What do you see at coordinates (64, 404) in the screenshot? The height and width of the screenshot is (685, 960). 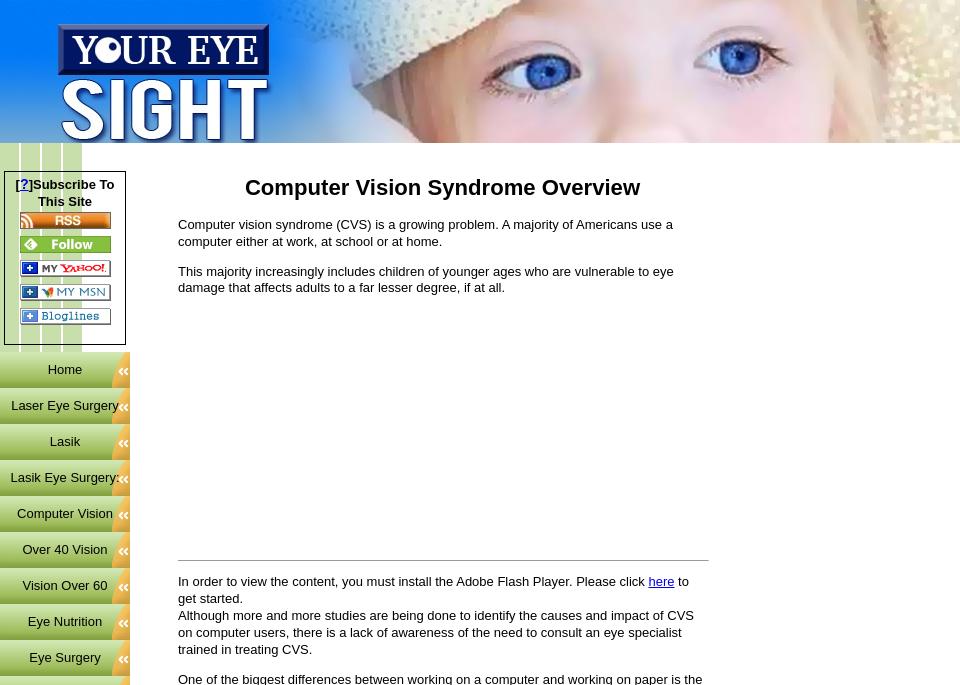 I see `'Laser Eye Surgery'` at bounding box center [64, 404].